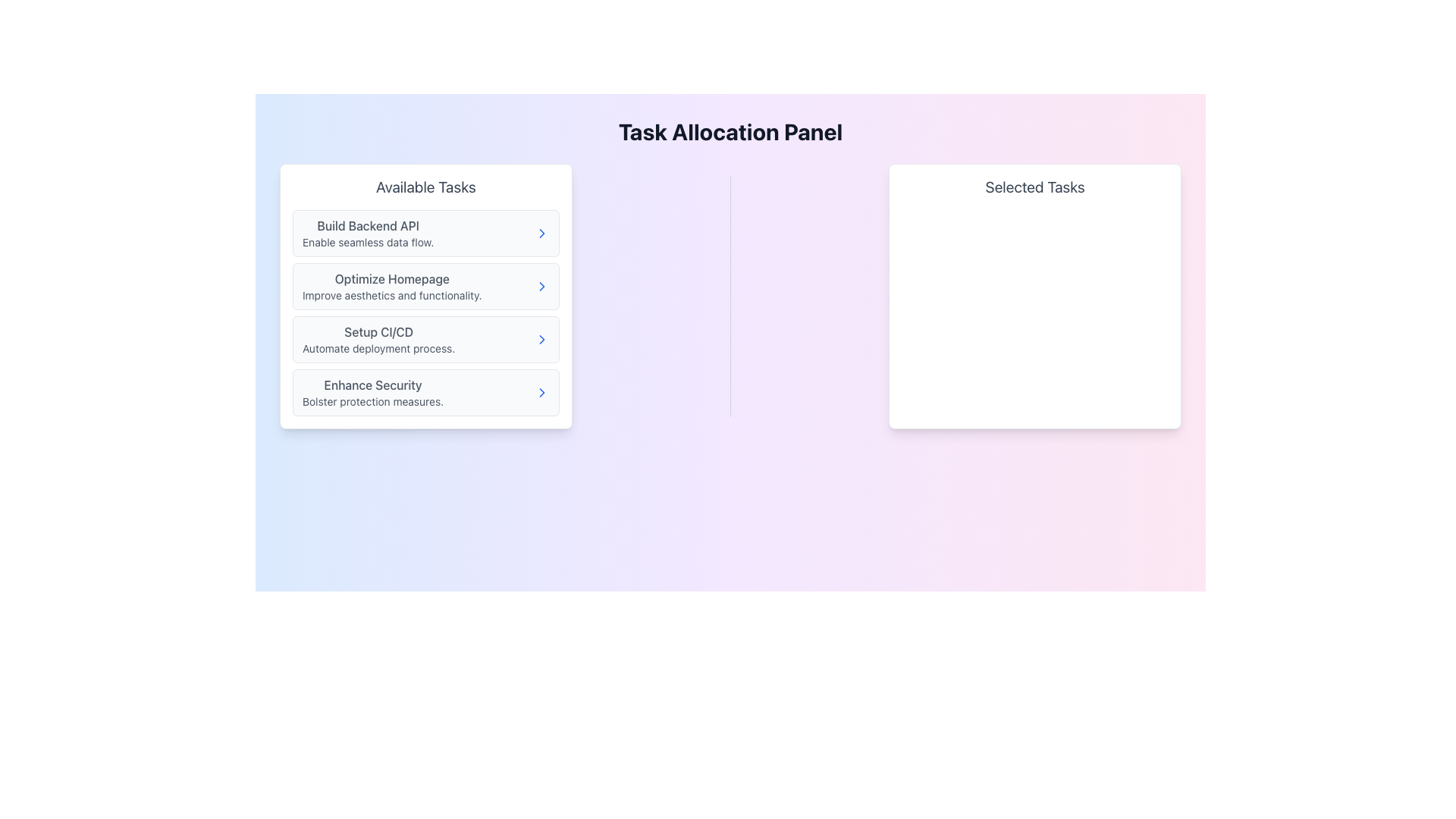 The height and width of the screenshot is (819, 1456). Describe the element at coordinates (541, 391) in the screenshot. I see `the icon button located next to the 'Enhance Security' label in the 'Available Tasks' section` at that location.